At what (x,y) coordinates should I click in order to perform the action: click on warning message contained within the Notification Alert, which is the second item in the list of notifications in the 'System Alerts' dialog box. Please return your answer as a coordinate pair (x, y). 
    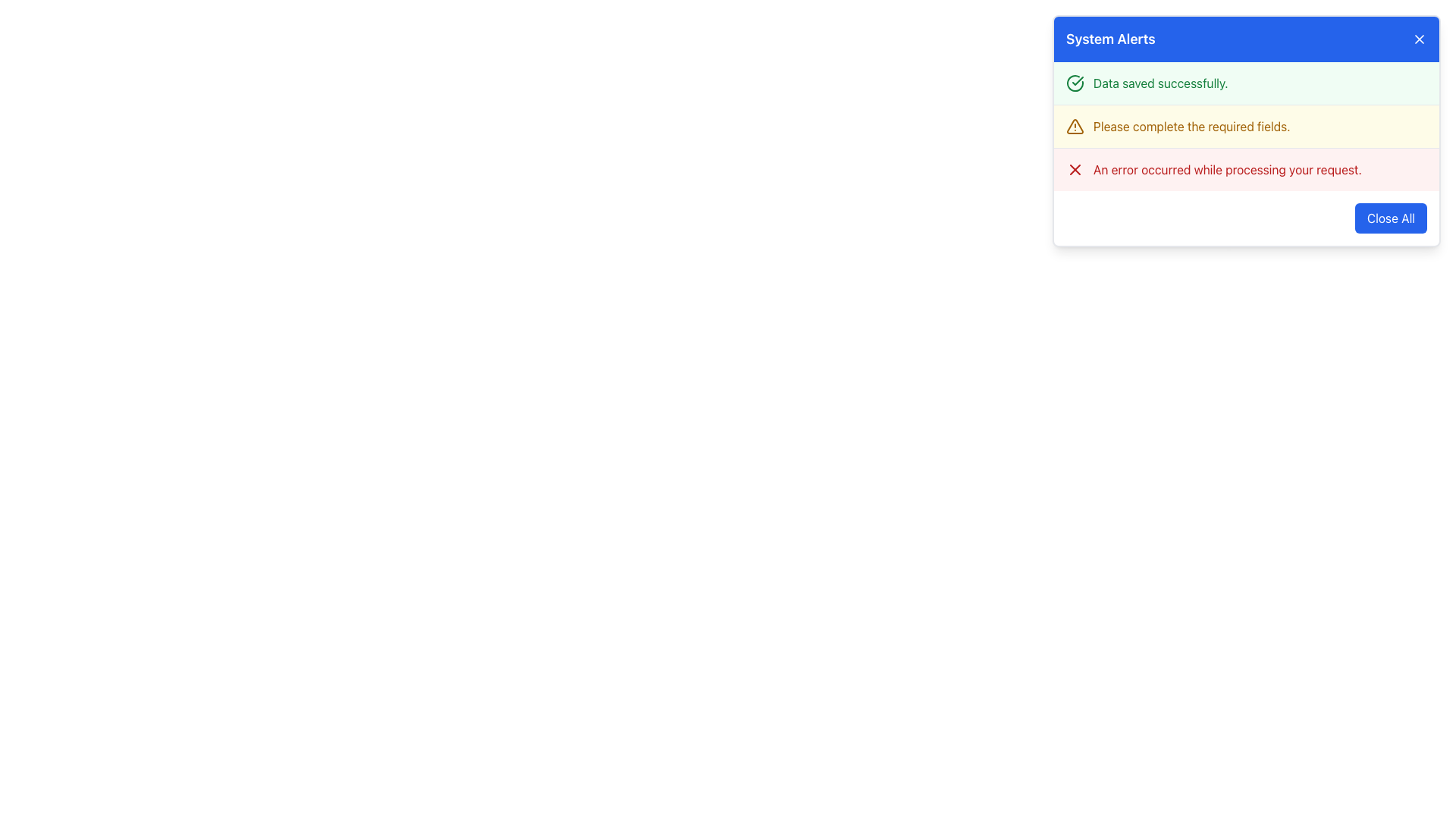
    Looking at the image, I should click on (1246, 130).